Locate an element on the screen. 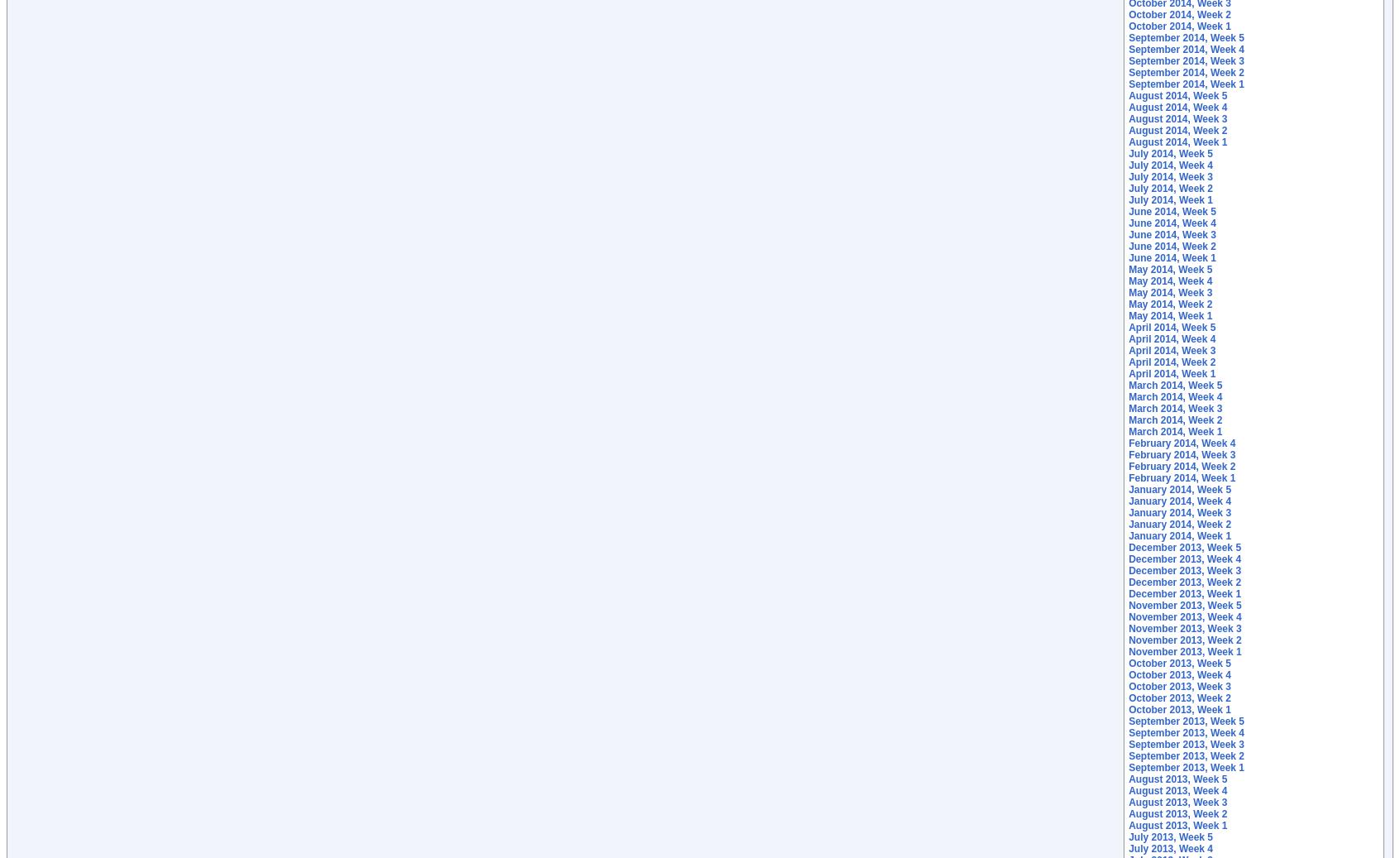 The image size is (1400, 858). 'May 2014, Week 1' is located at coordinates (1169, 315).